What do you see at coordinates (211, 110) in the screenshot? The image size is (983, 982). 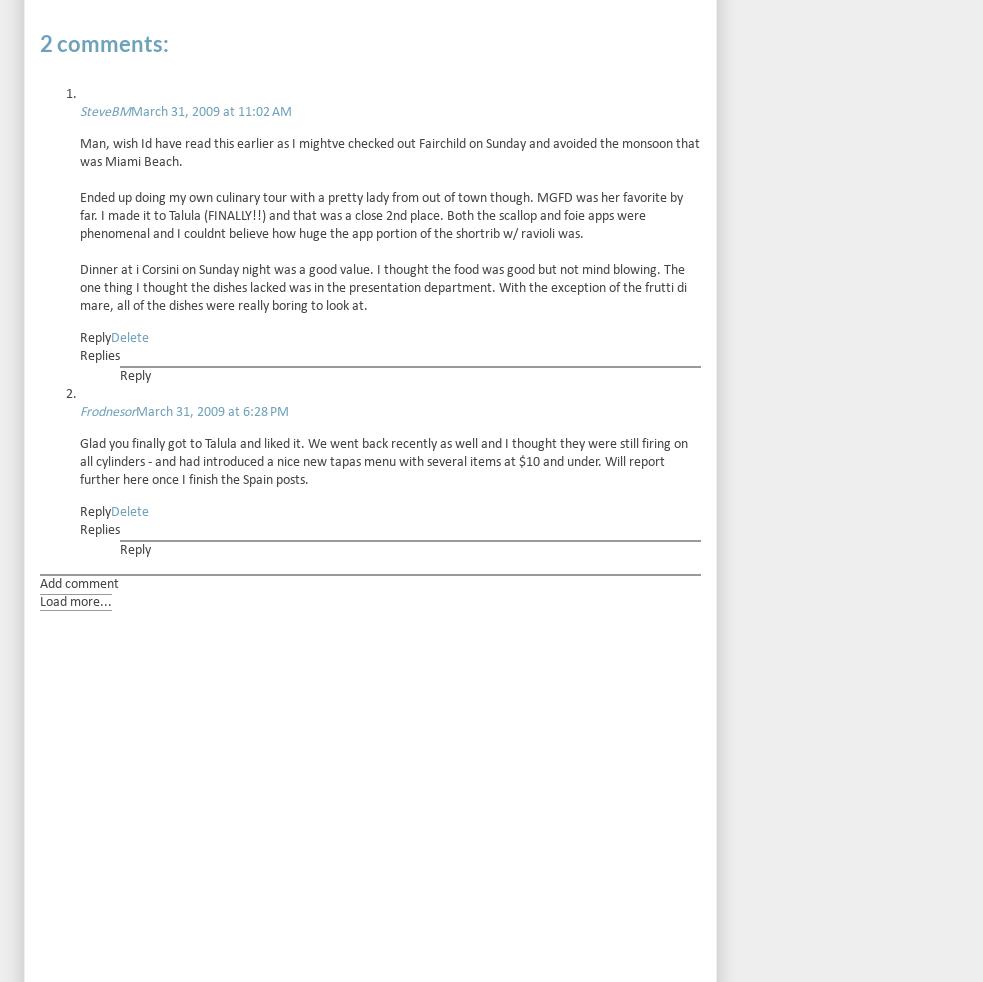 I see `'March 31, 2009 at 11:02 AM'` at bounding box center [211, 110].